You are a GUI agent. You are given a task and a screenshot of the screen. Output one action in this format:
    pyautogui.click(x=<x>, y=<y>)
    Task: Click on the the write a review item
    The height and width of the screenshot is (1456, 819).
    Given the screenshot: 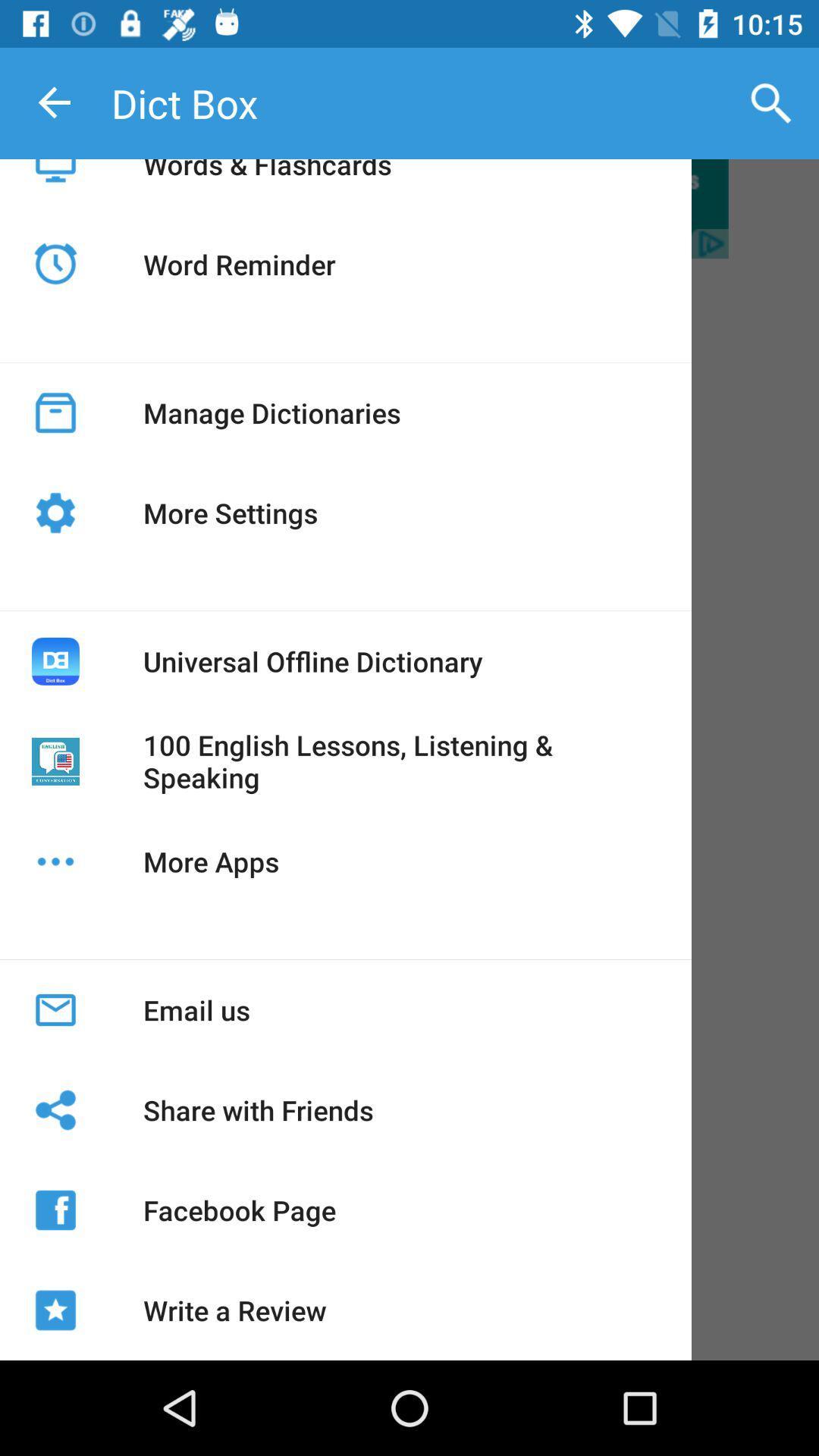 What is the action you would take?
    pyautogui.click(x=234, y=1310)
    